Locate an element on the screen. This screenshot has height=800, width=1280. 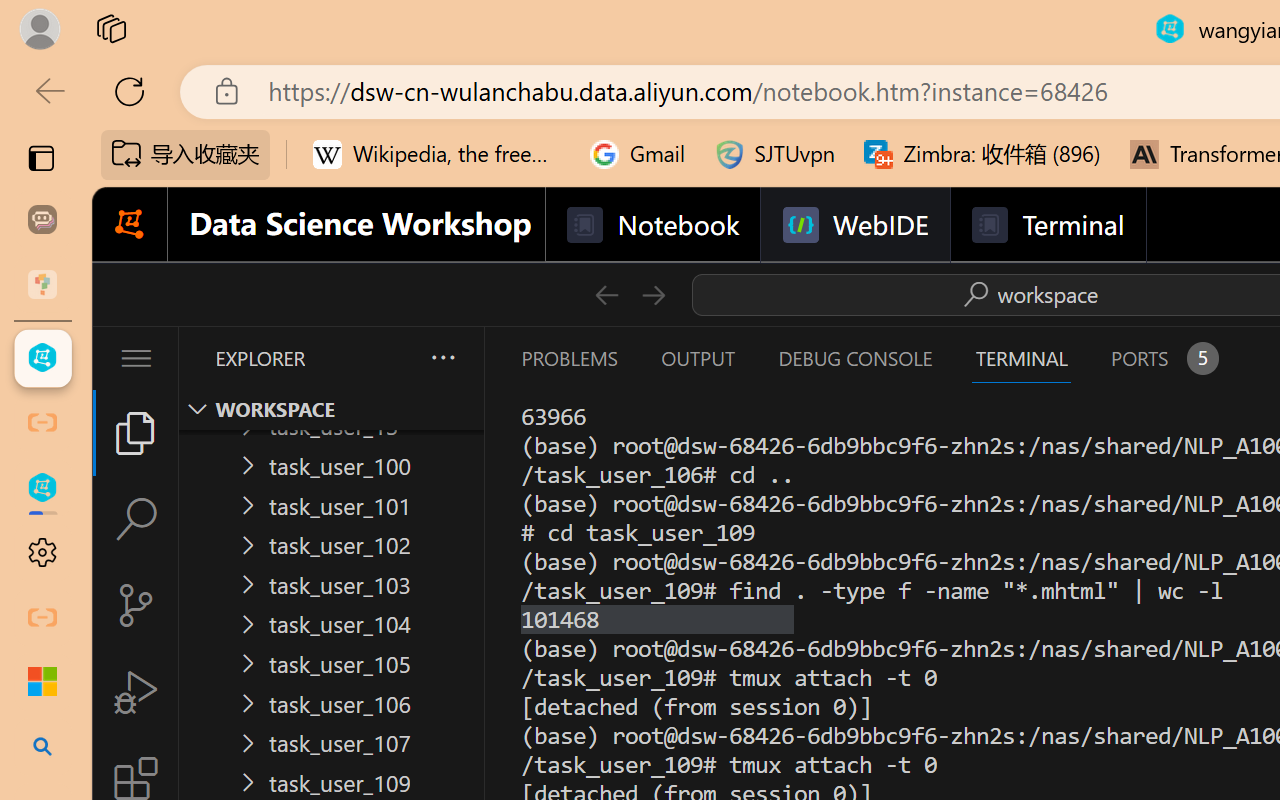
'Problems (Ctrl+Shift+M)' is located at coordinates (567, 358).